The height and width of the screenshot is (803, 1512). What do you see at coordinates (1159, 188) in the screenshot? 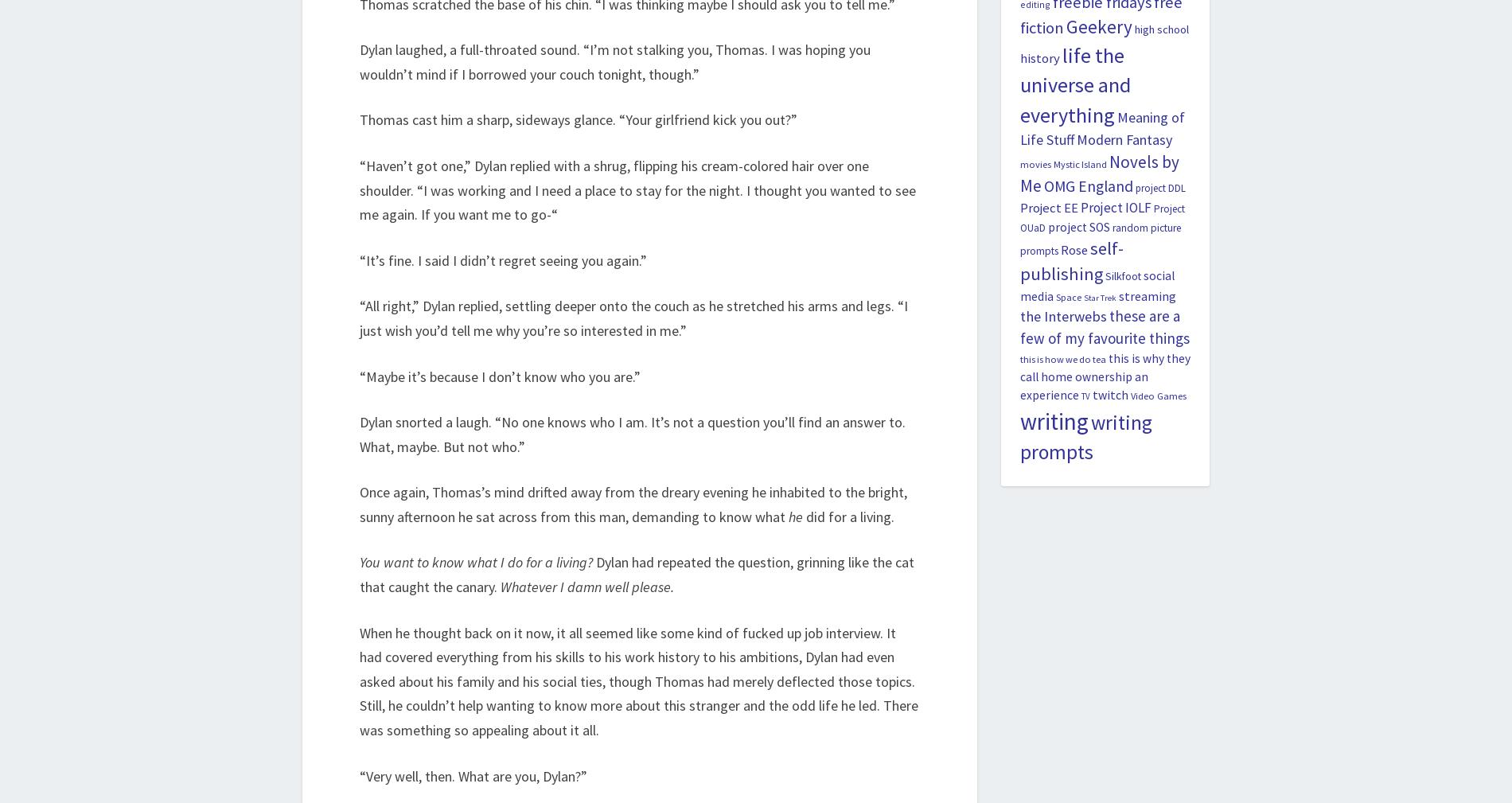
I see `'project DDL'` at bounding box center [1159, 188].